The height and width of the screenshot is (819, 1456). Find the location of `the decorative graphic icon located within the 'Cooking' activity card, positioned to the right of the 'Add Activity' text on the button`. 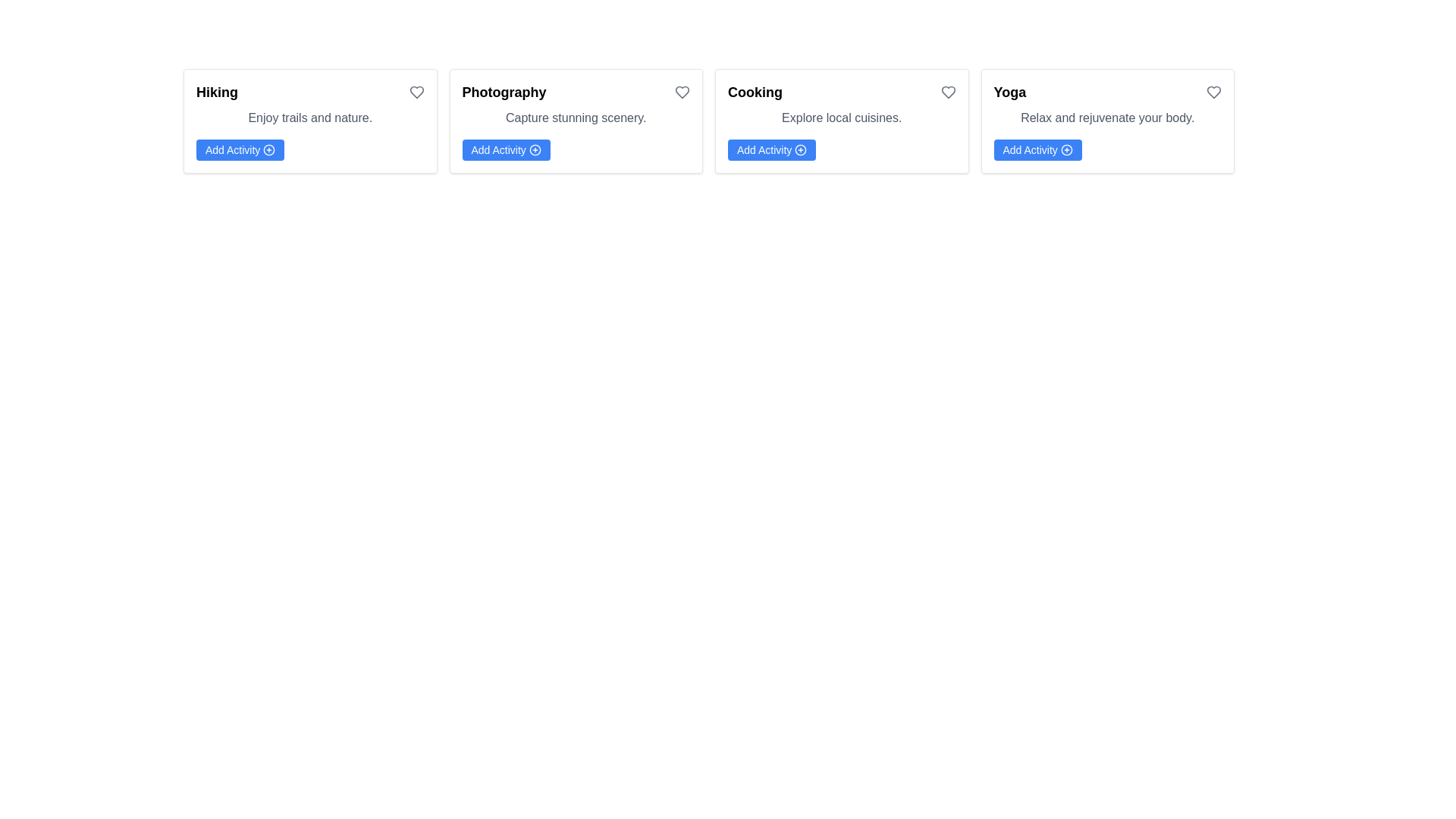

the decorative graphic icon located within the 'Cooking' activity card, positioned to the right of the 'Add Activity' text on the button is located at coordinates (800, 149).